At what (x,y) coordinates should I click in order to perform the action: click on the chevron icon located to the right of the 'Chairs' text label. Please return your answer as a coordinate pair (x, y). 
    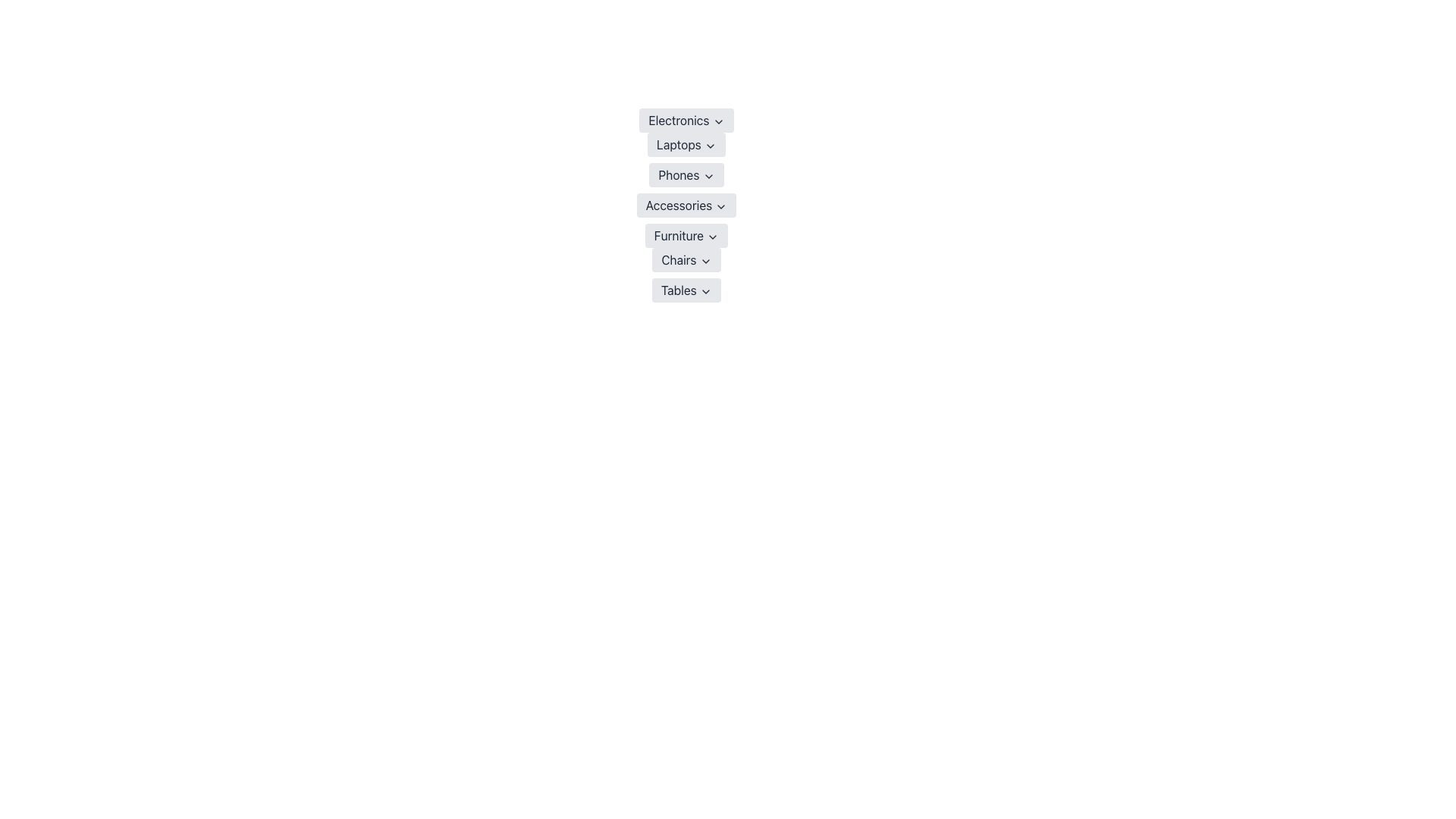
    Looking at the image, I should click on (704, 260).